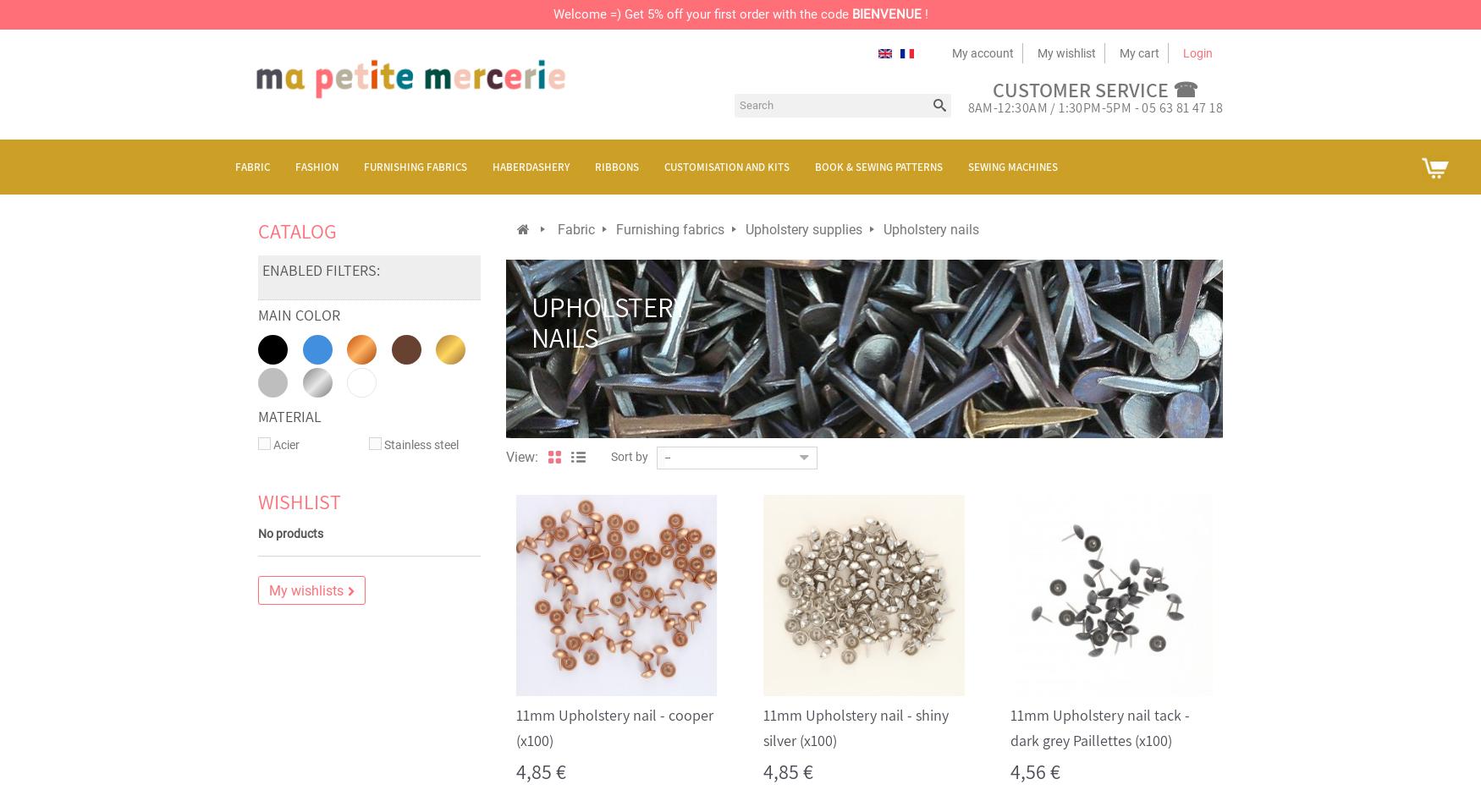  I want to click on 'Upholstery supplies', so click(803, 228).